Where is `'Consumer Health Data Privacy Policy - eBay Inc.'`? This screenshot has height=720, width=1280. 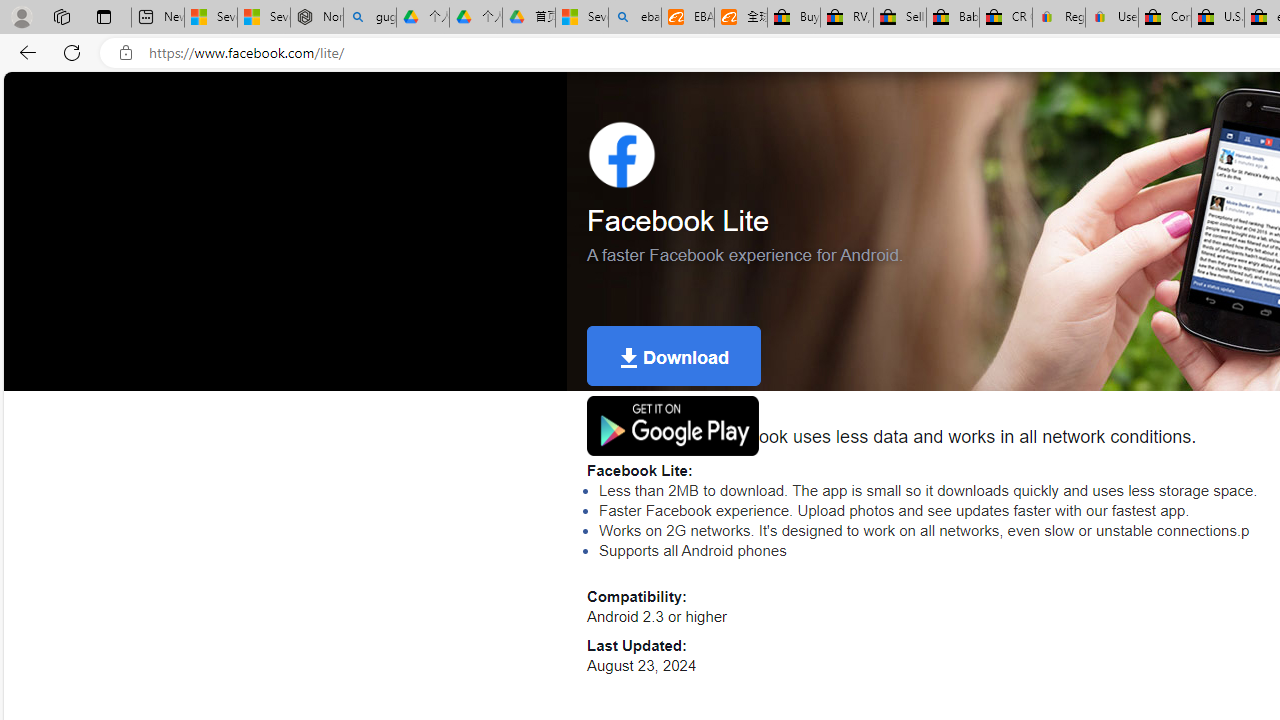
'Consumer Health Data Privacy Policy - eBay Inc.' is located at coordinates (1165, 17).